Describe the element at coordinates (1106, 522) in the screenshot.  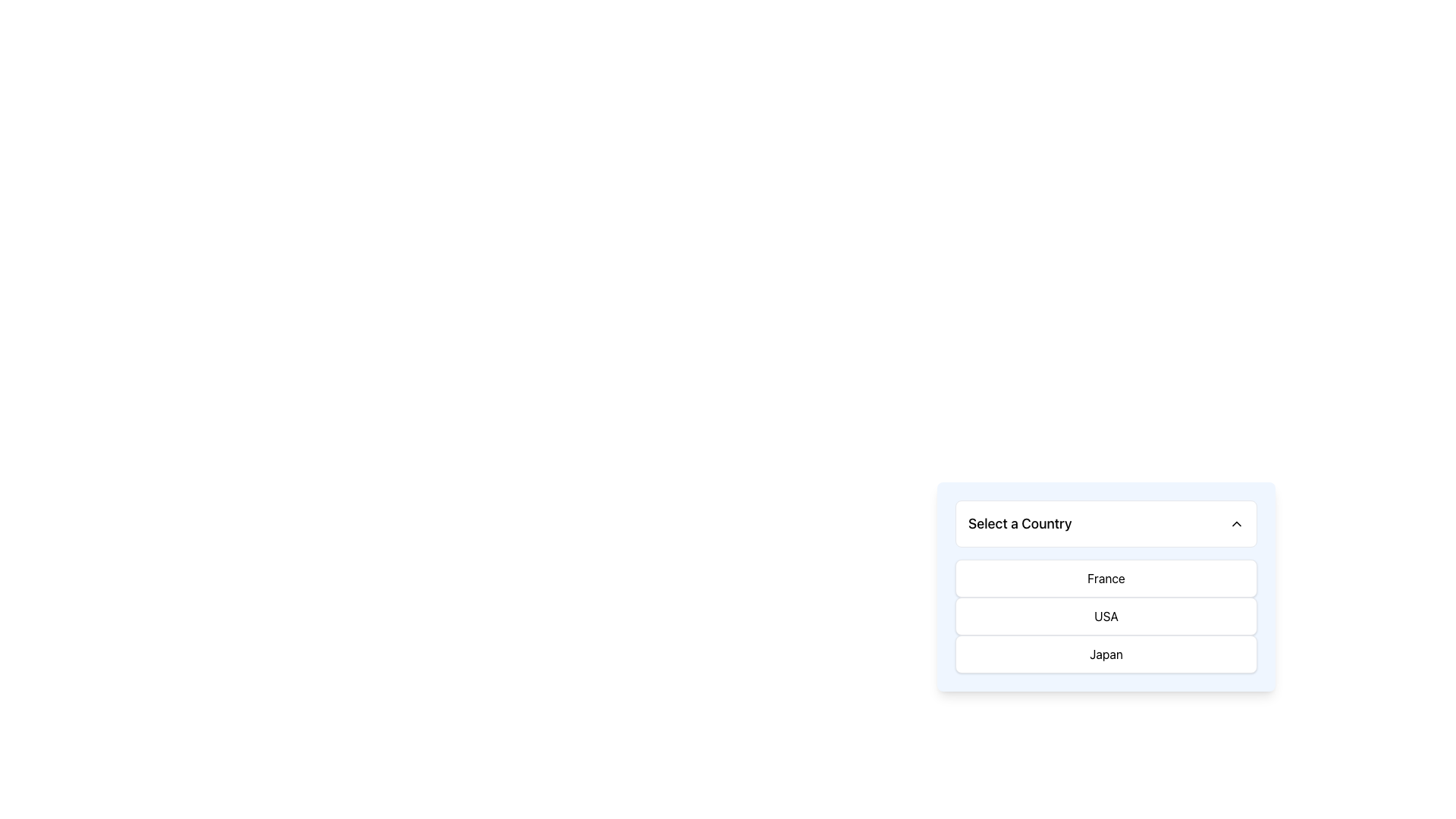
I see `the dropdown selector for choosing a country` at that location.